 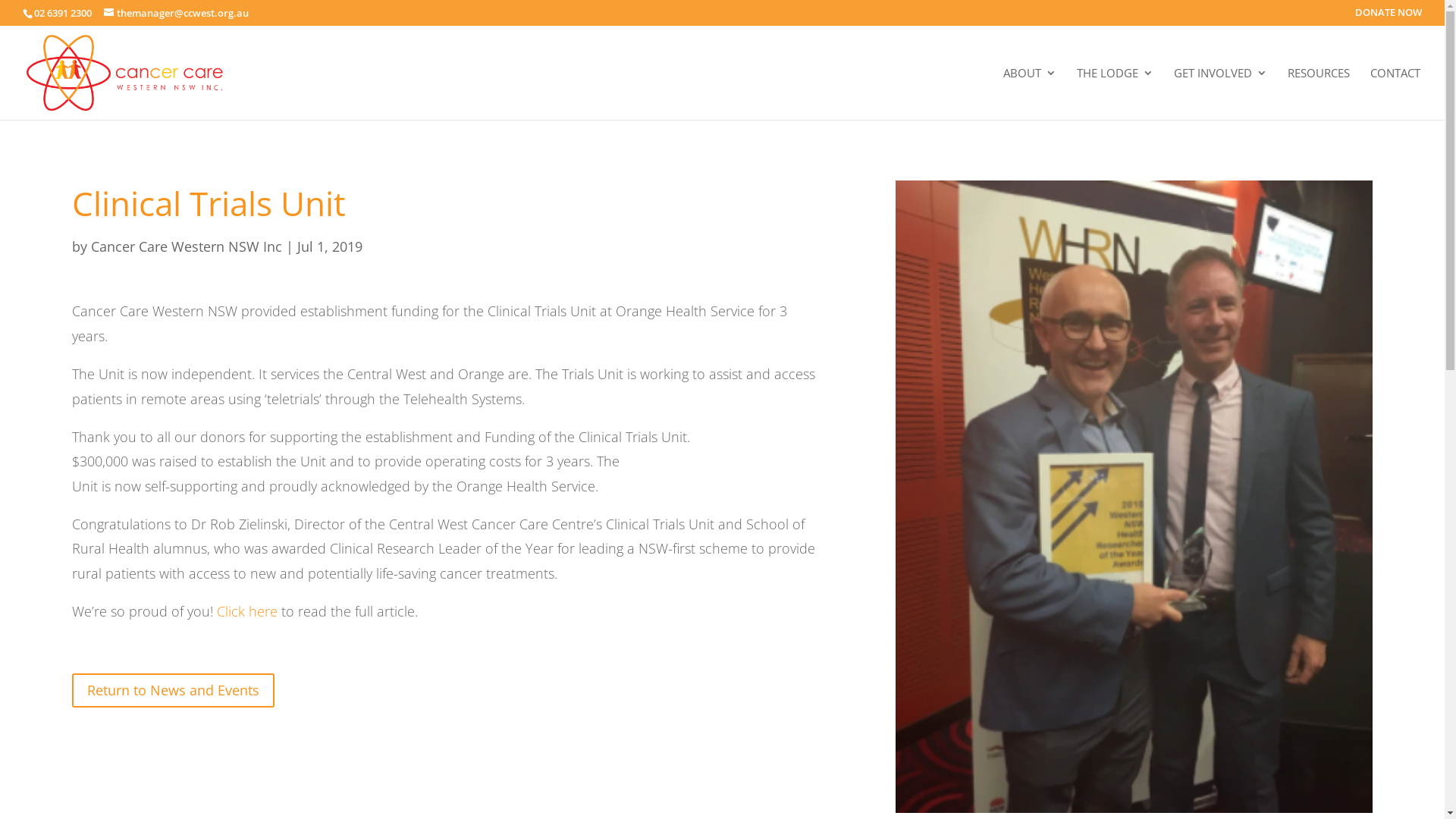 I want to click on '02 6391 2300', so click(x=33, y=12).